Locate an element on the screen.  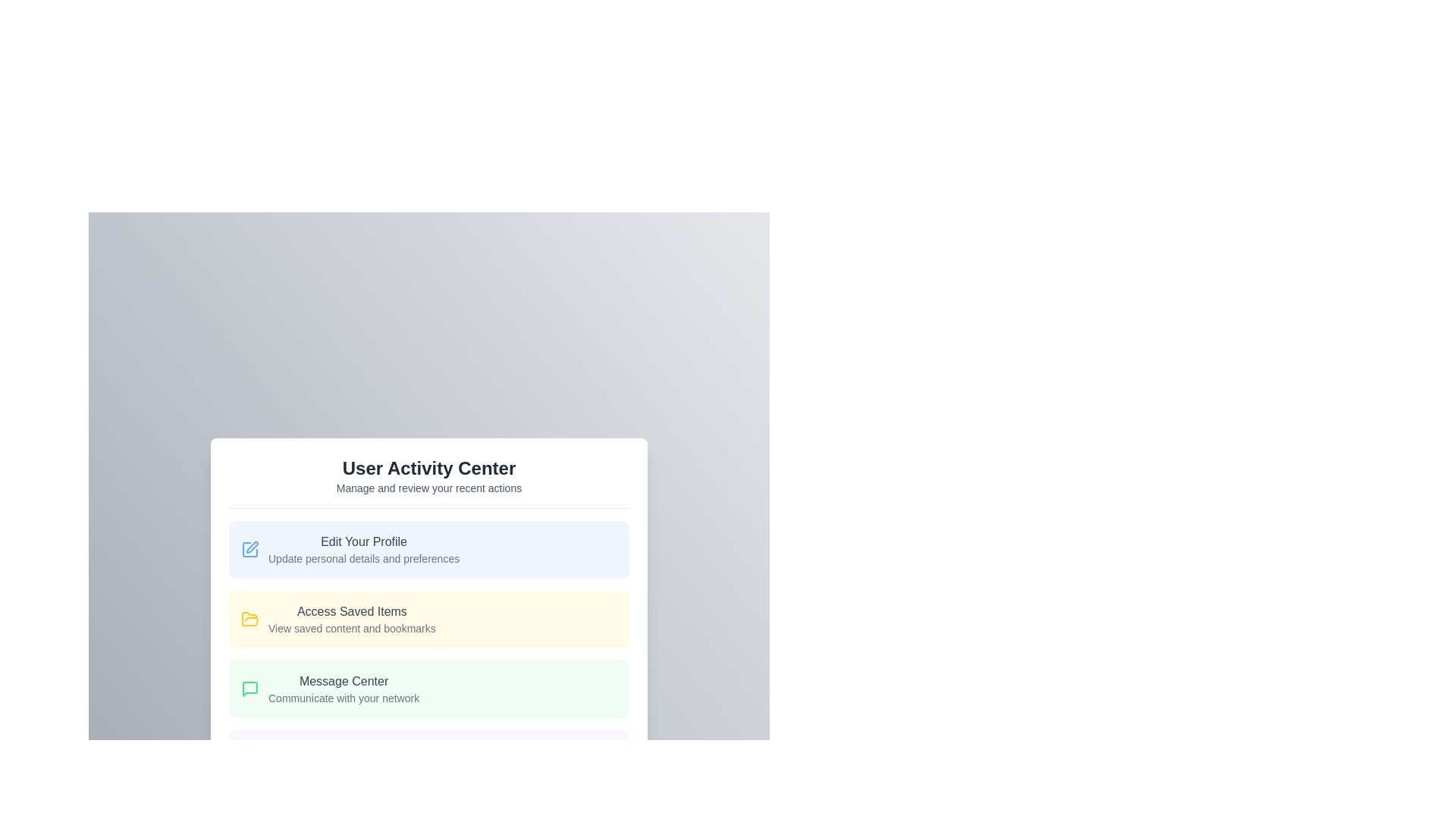
the static text label that serves as the title for accessing saved items, positioned centrally in the interface below the 'User Activity Center' header is located at coordinates (351, 610).